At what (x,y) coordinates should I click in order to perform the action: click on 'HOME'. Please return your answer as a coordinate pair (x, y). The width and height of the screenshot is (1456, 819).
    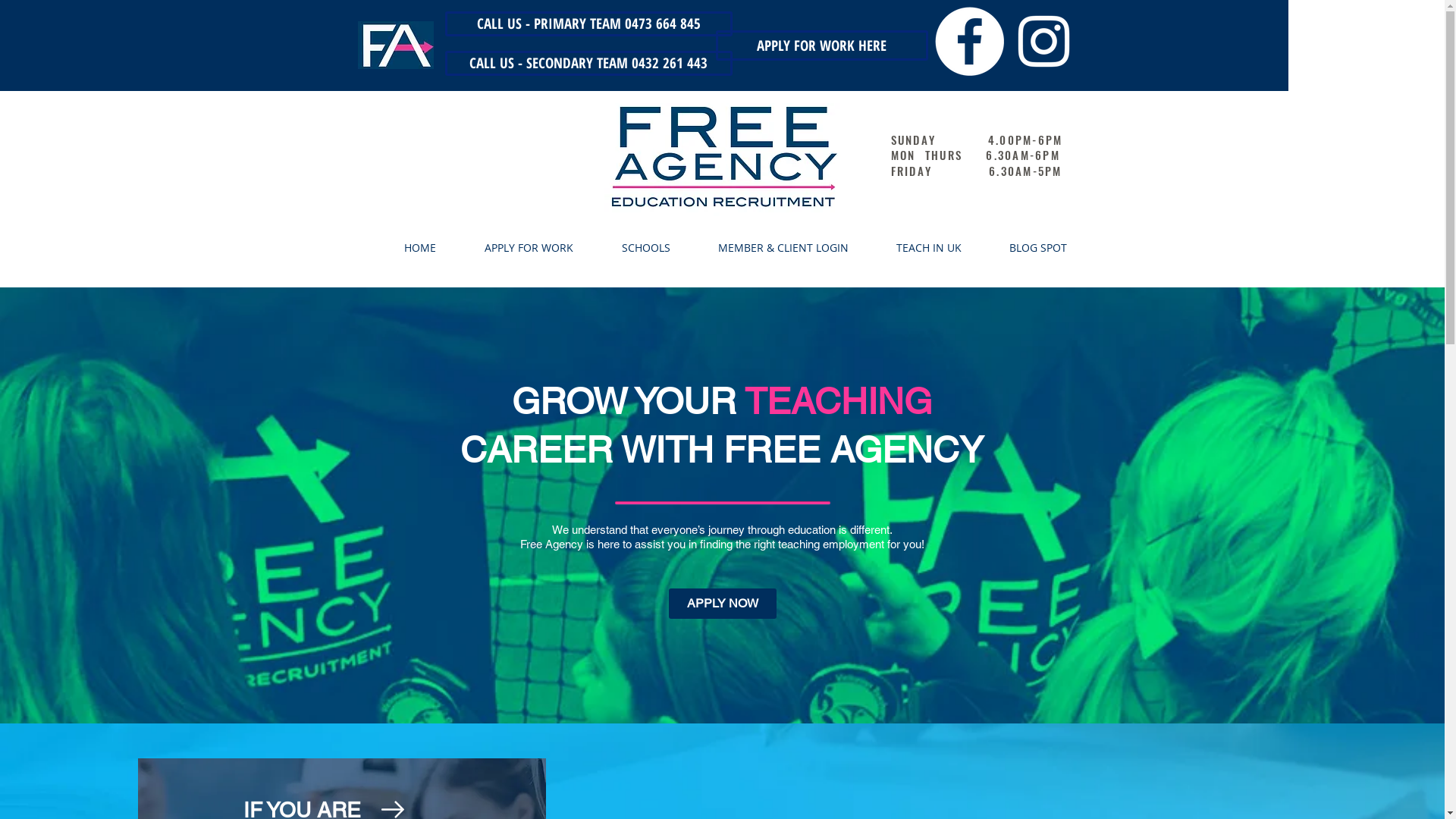
    Looking at the image, I should click on (407, 246).